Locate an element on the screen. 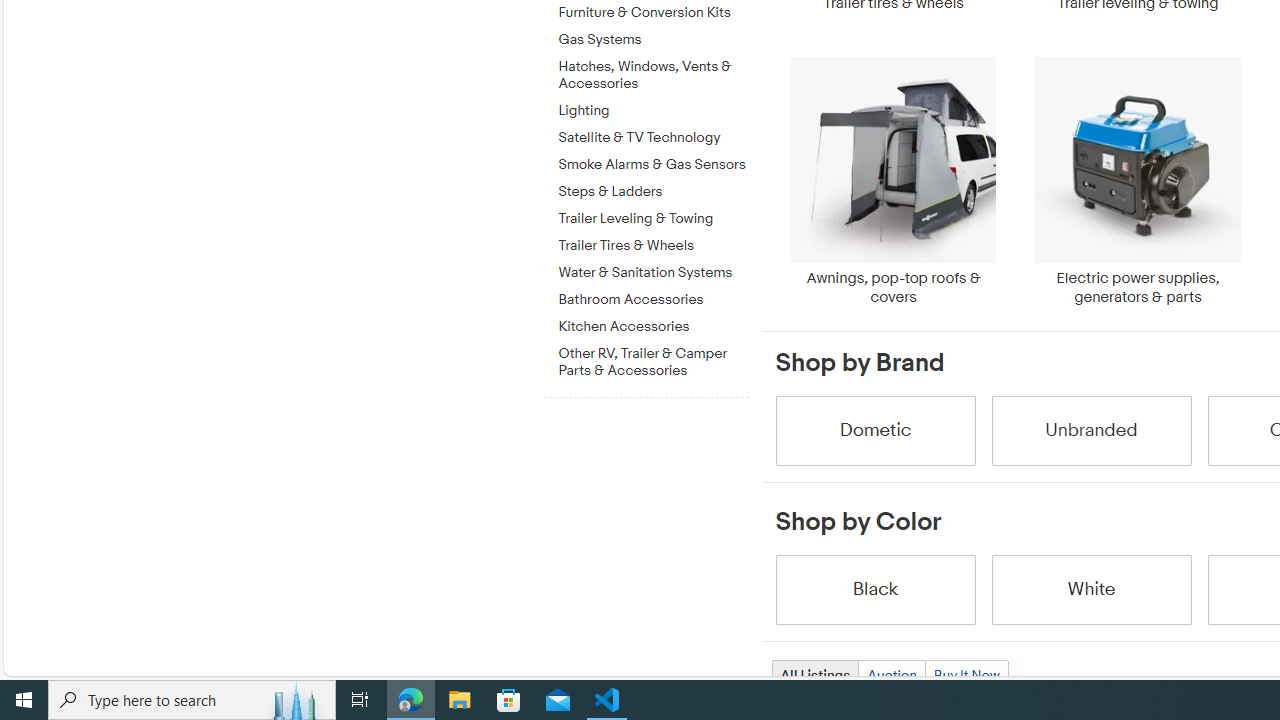 The width and height of the screenshot is (1280, 720). 'Awnings, pop-top roofs & covers' is located at coordinates (892, 181).